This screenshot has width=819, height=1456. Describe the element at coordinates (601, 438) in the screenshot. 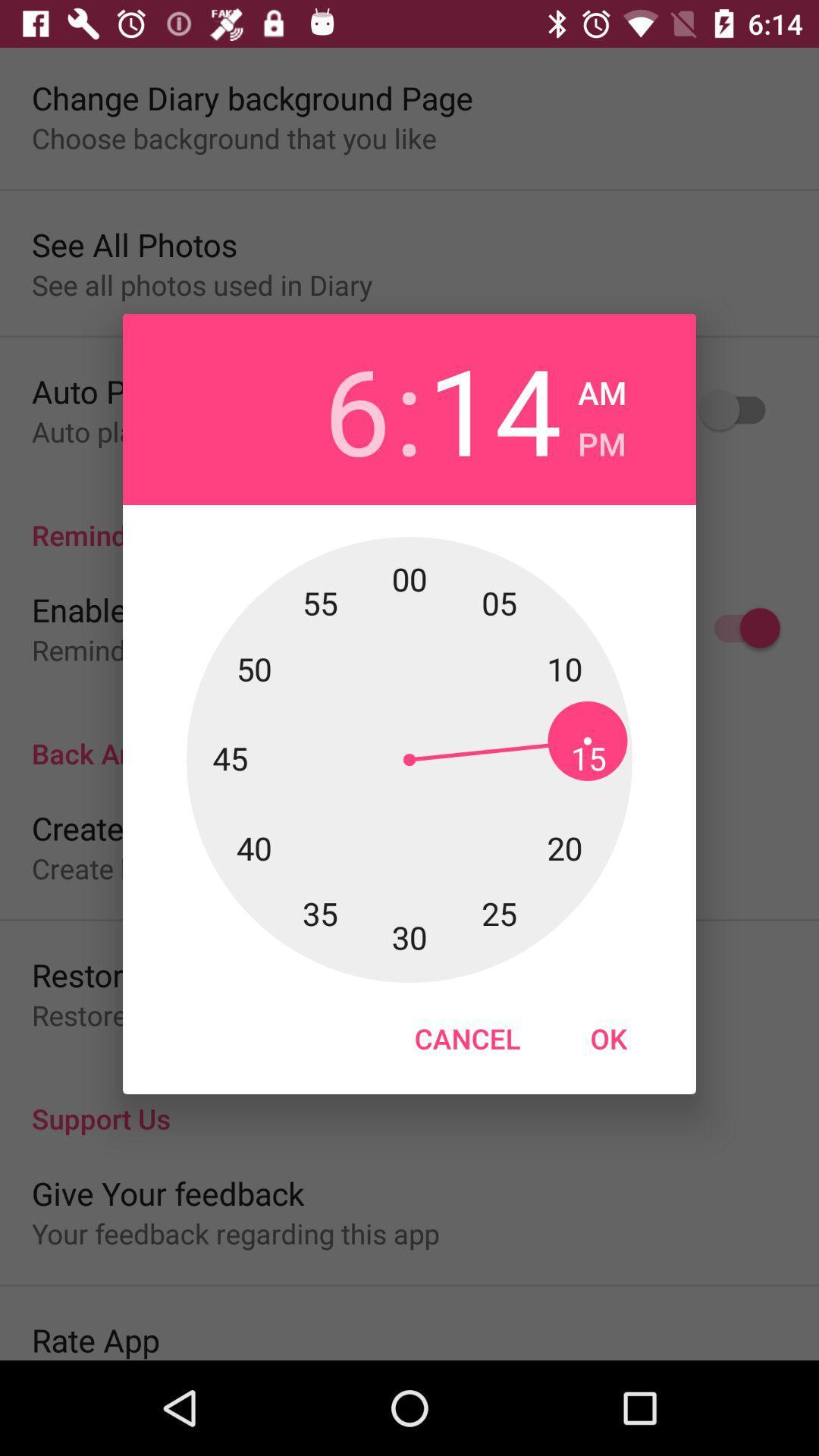

I see `the icon to the right of the 14 app` at that location.